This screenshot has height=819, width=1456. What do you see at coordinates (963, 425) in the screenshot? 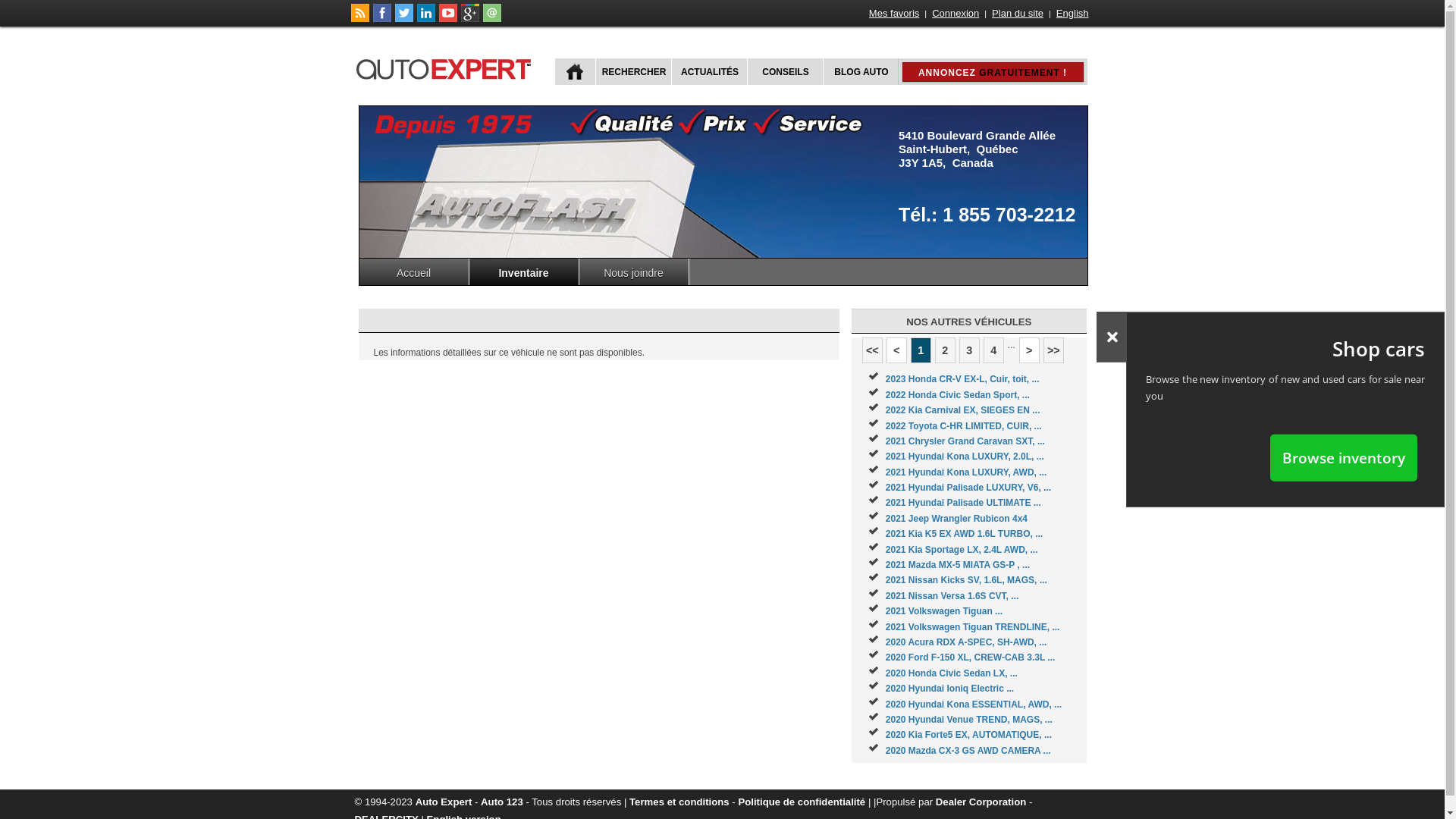
I see `'2022 Toyota C-HR LIMITED, CUIR, ...'` at bounding box center [963, 425].